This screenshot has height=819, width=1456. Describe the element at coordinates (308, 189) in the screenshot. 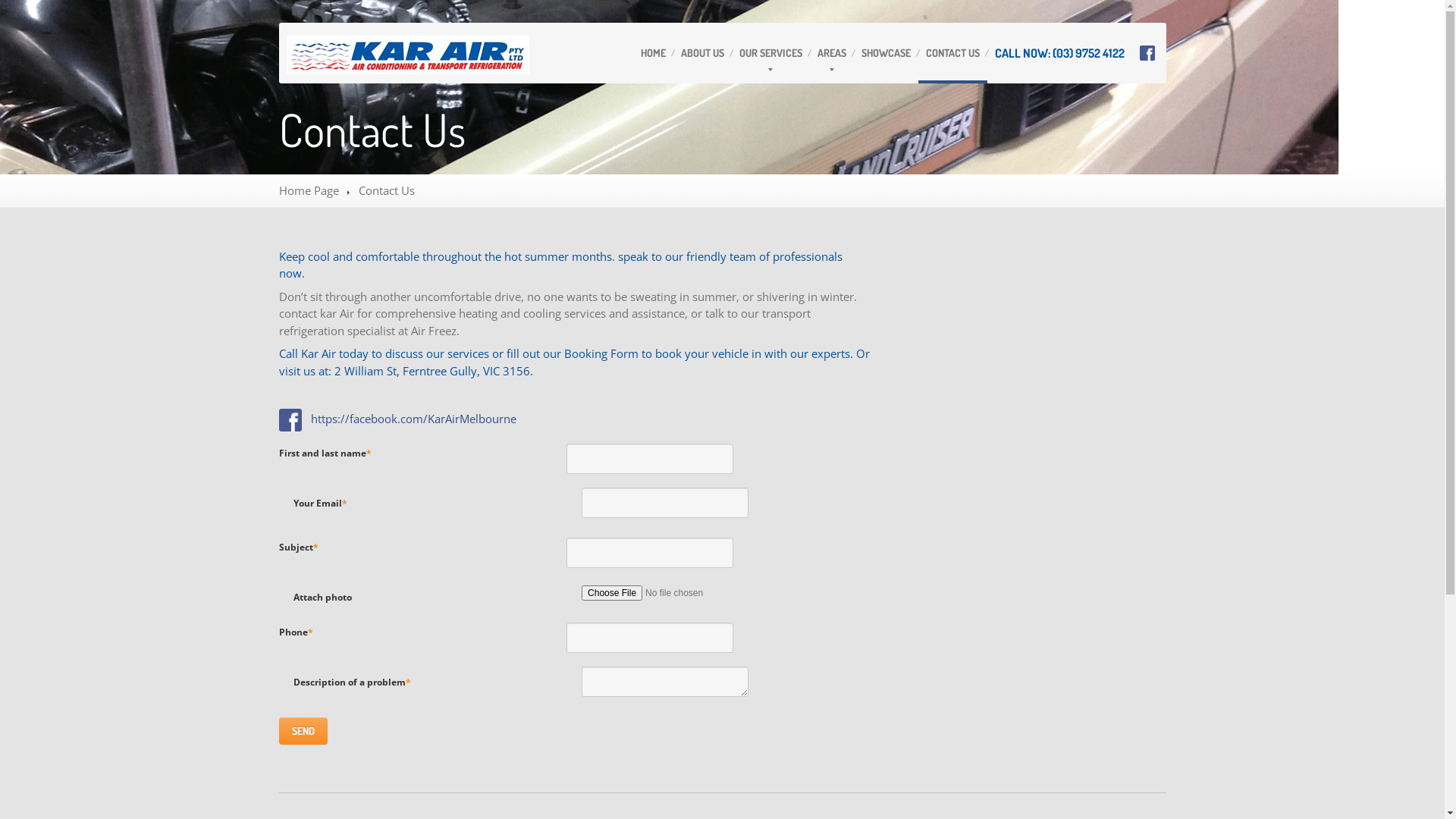

I see `'Home Page'` at that location.